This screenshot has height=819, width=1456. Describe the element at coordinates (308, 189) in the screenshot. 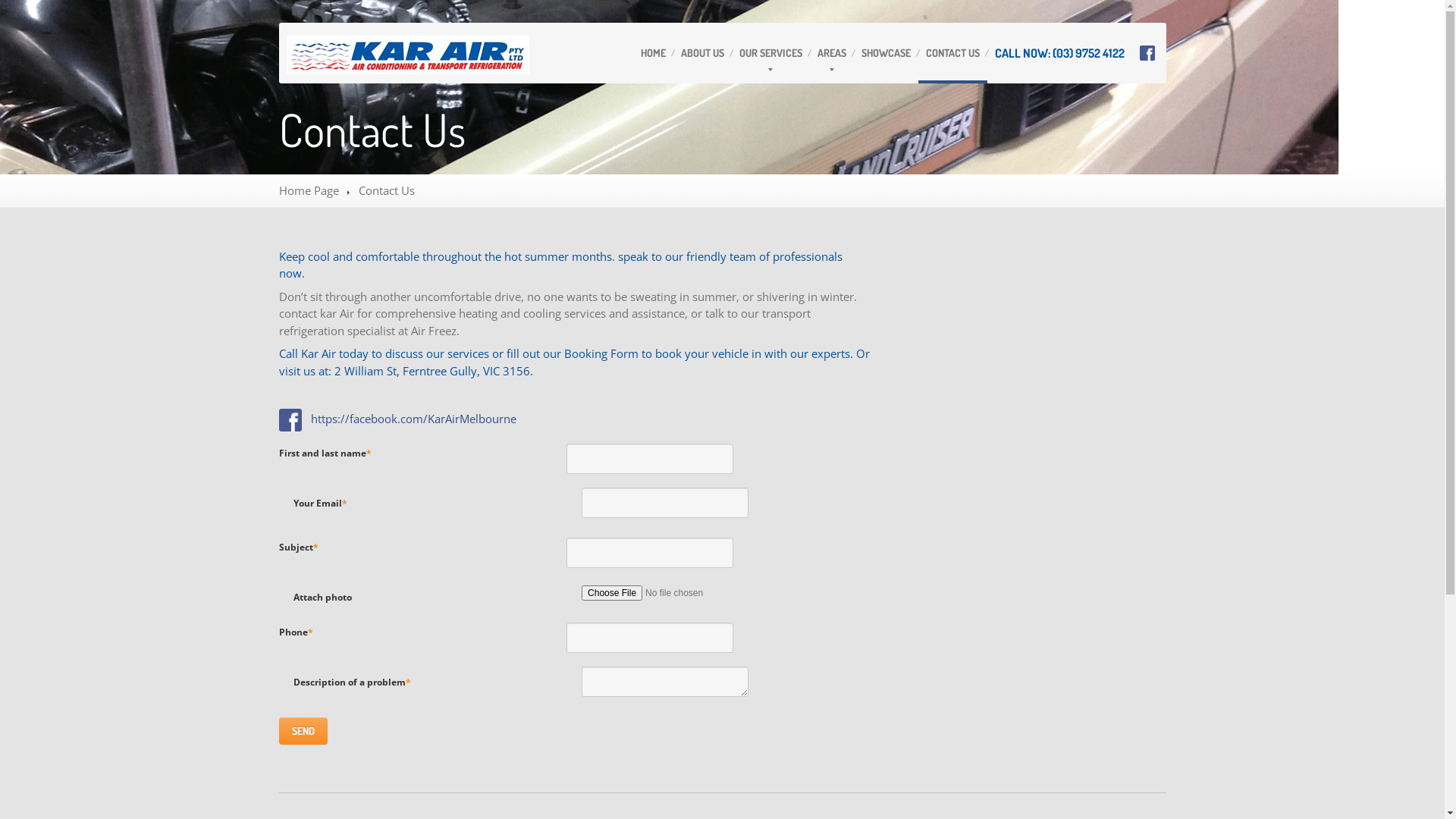

I see `'Home Page'` at that location.